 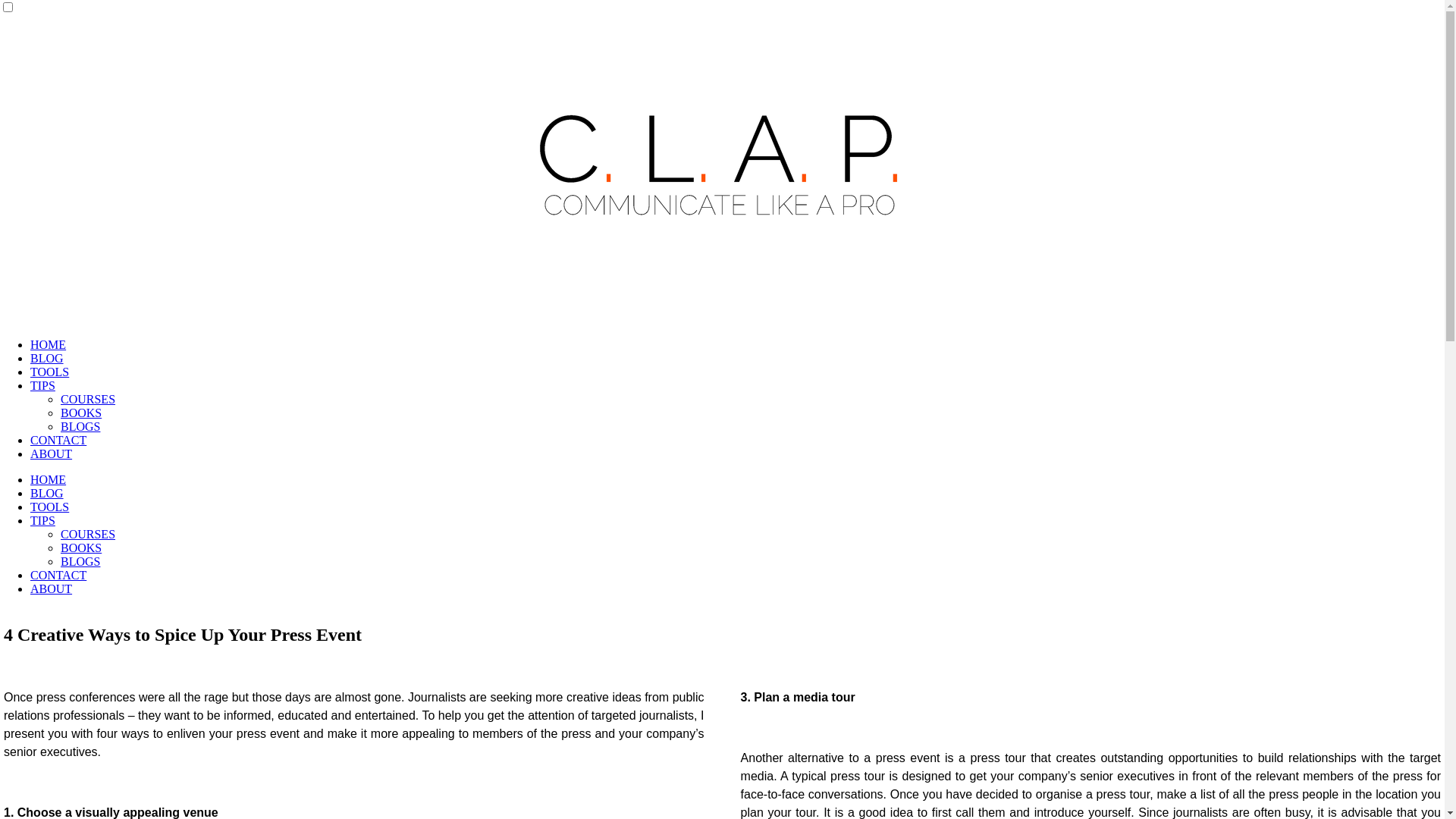 What do you see at coordinates (79, 561) in the screenshot?
I see `'BLOGS'` at bounding box center [79, 561].